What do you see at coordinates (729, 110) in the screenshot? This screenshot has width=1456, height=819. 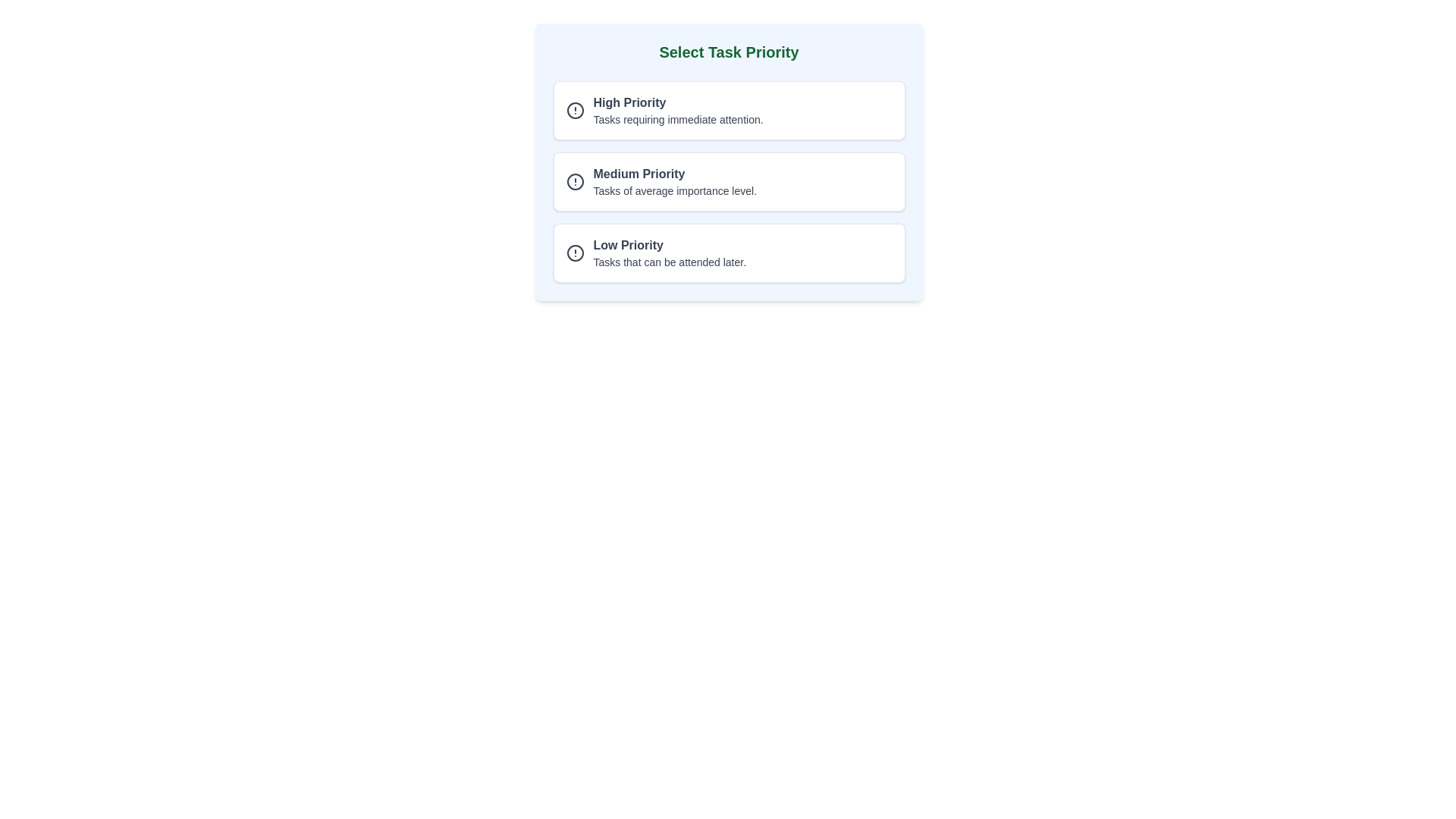 I see `the priority level by clicking the corresponding button: High Priority` at bounding box center [729, 110].